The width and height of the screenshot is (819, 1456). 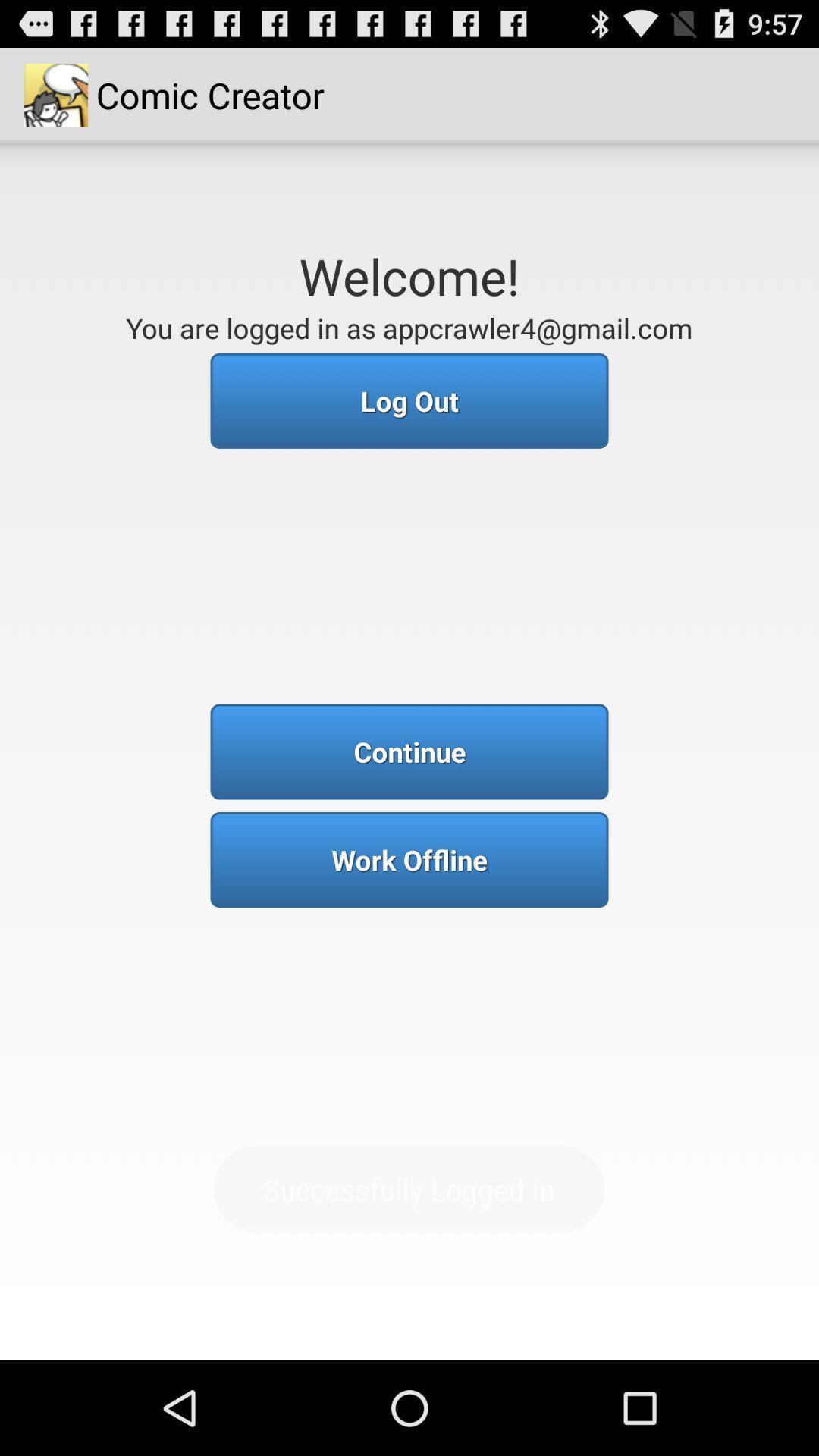 What do you see at coordinates (409, 400) in the screenshot?
I see `icon above the continue icon` at bounding box center [409, 400].